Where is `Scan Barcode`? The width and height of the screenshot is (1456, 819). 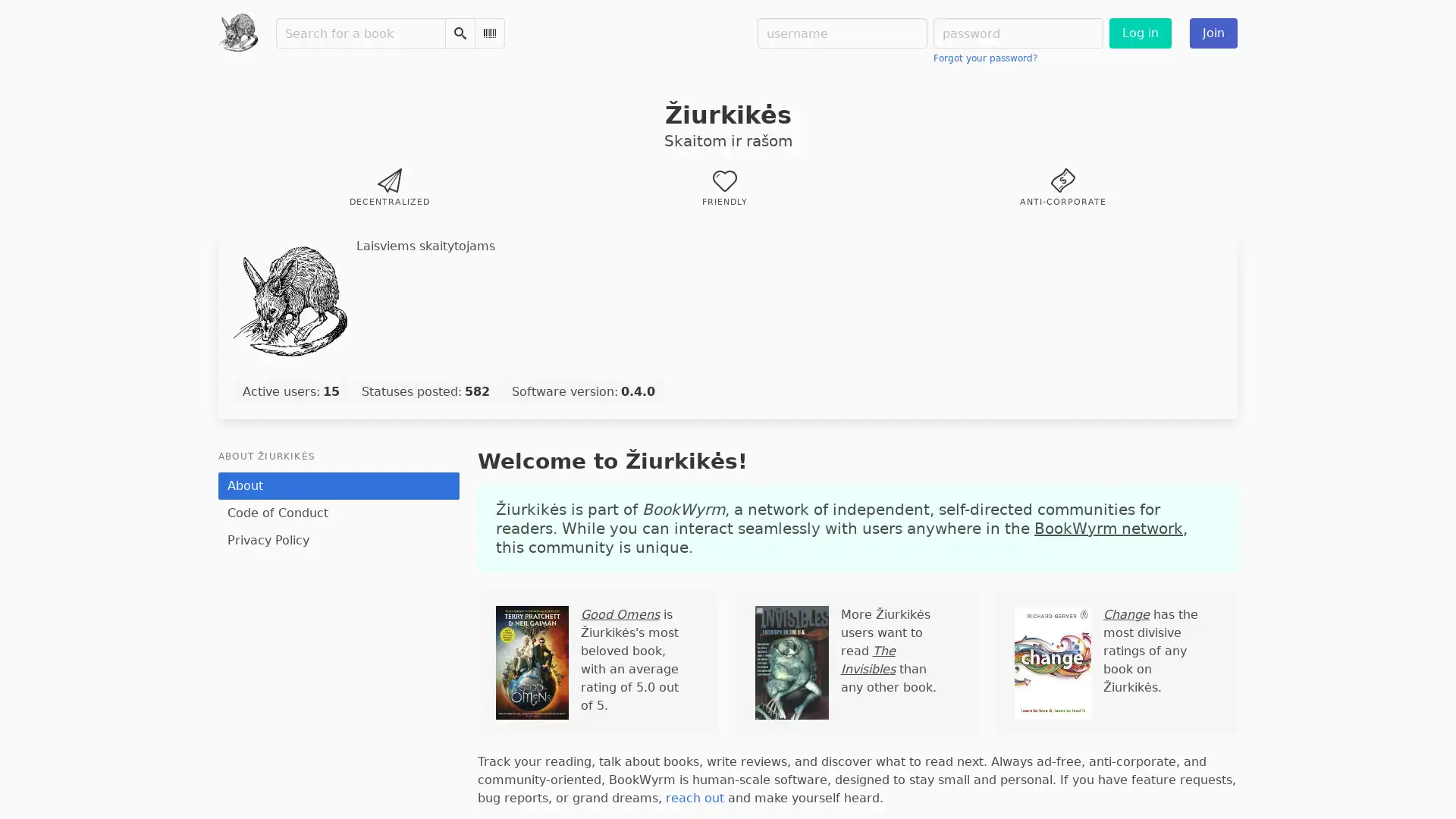 Scan Barcode is located at coordinates (488, 33).